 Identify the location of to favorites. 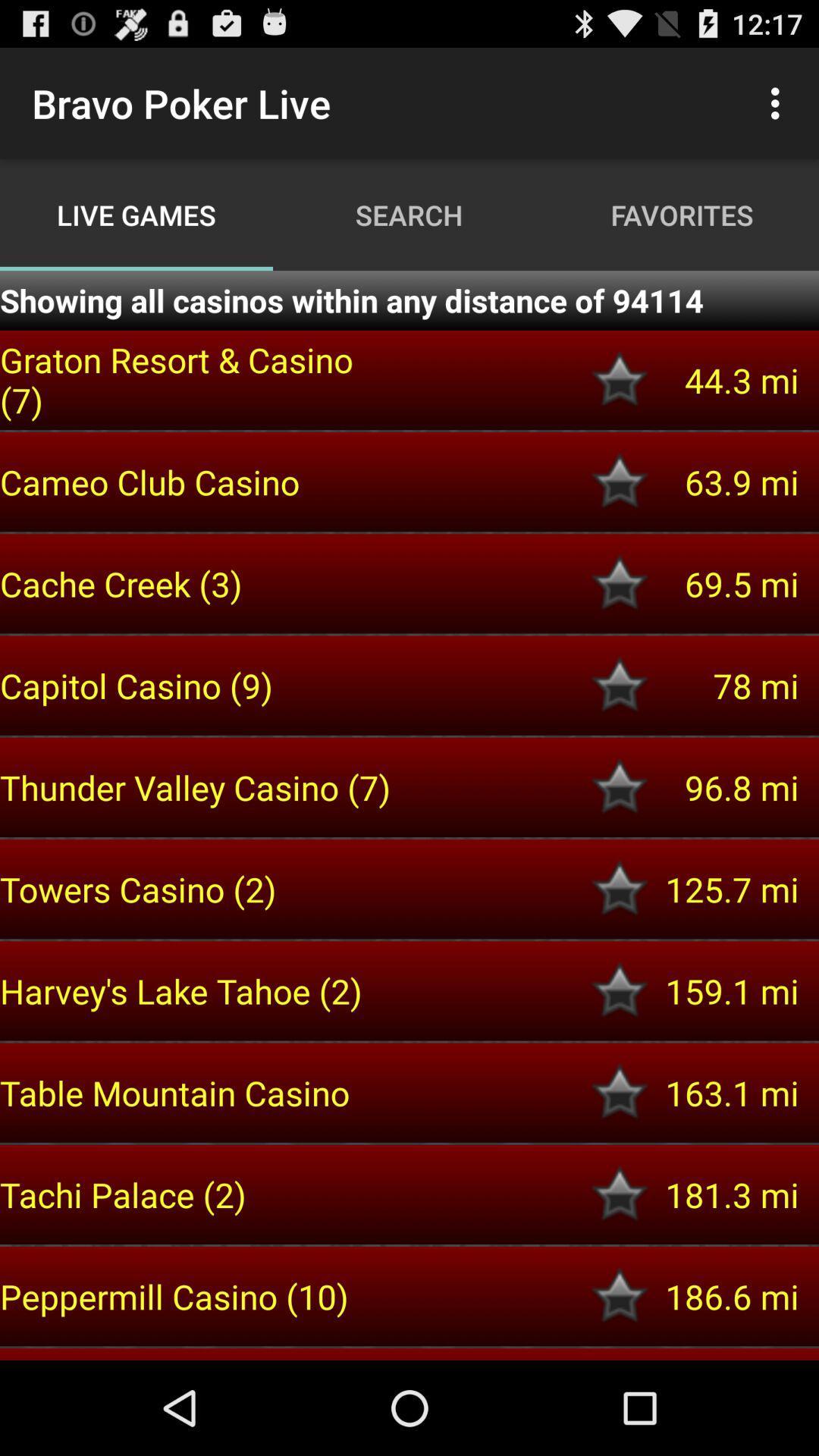
(620, 380).